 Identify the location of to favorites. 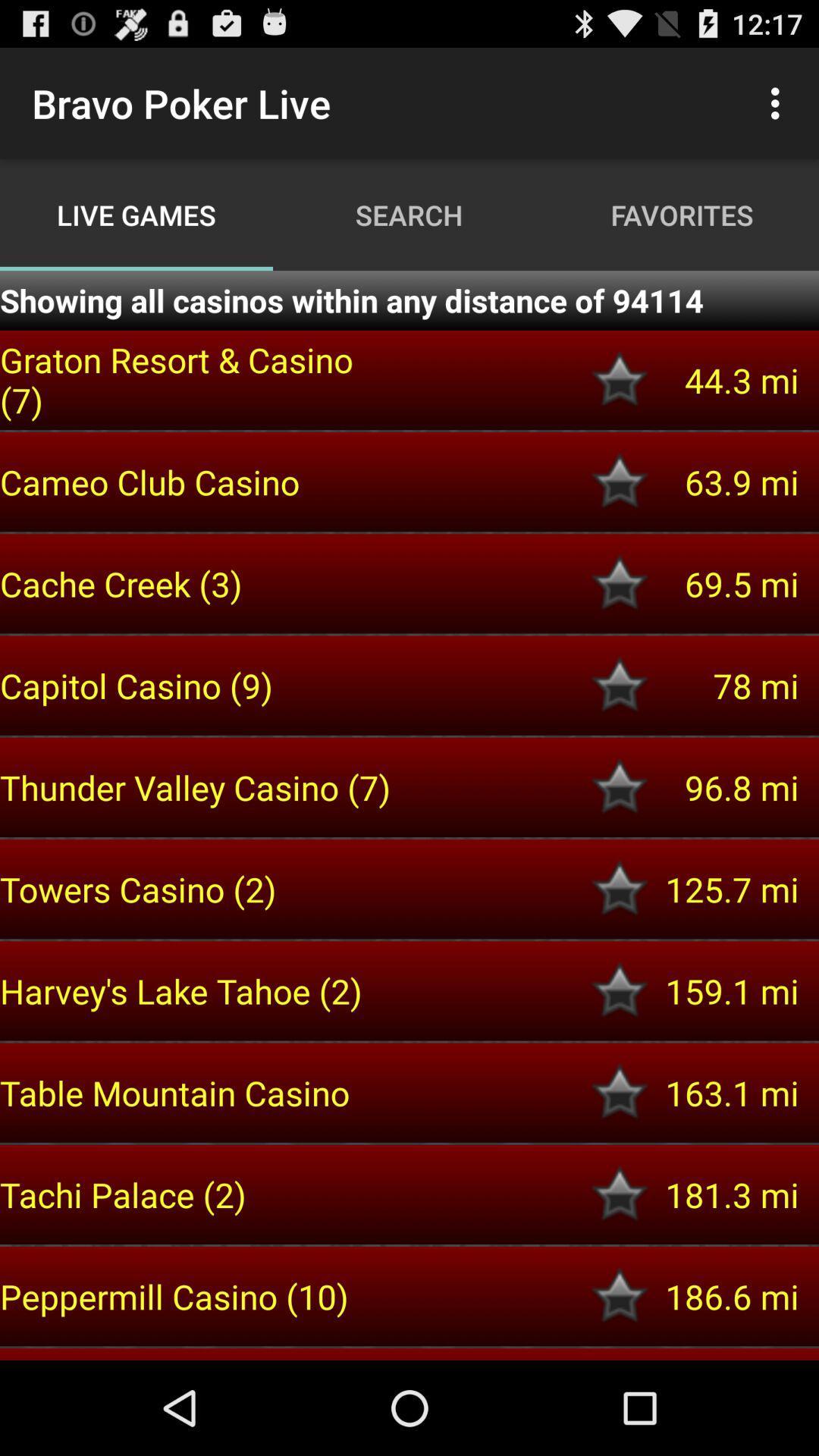
(620, 380).